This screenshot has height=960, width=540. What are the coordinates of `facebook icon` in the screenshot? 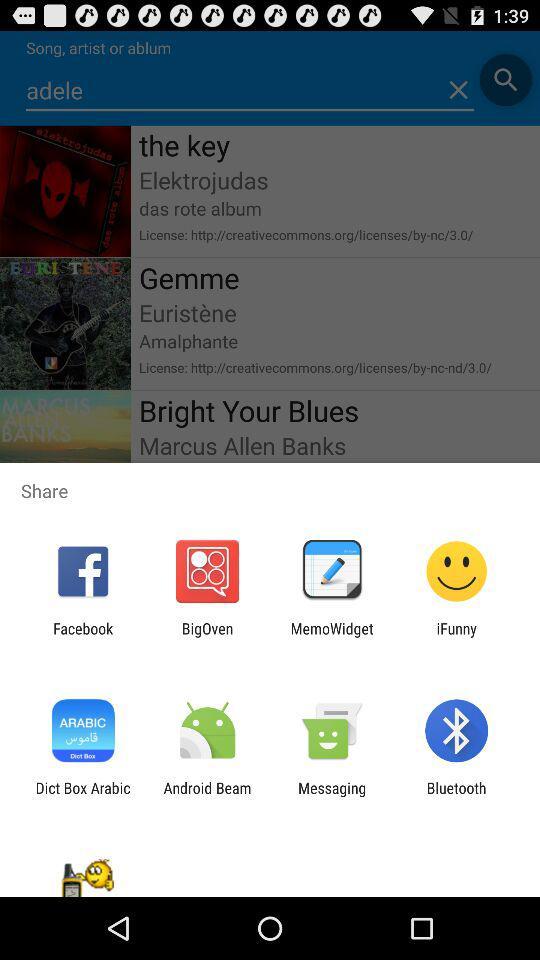 It's located at (82, 636).